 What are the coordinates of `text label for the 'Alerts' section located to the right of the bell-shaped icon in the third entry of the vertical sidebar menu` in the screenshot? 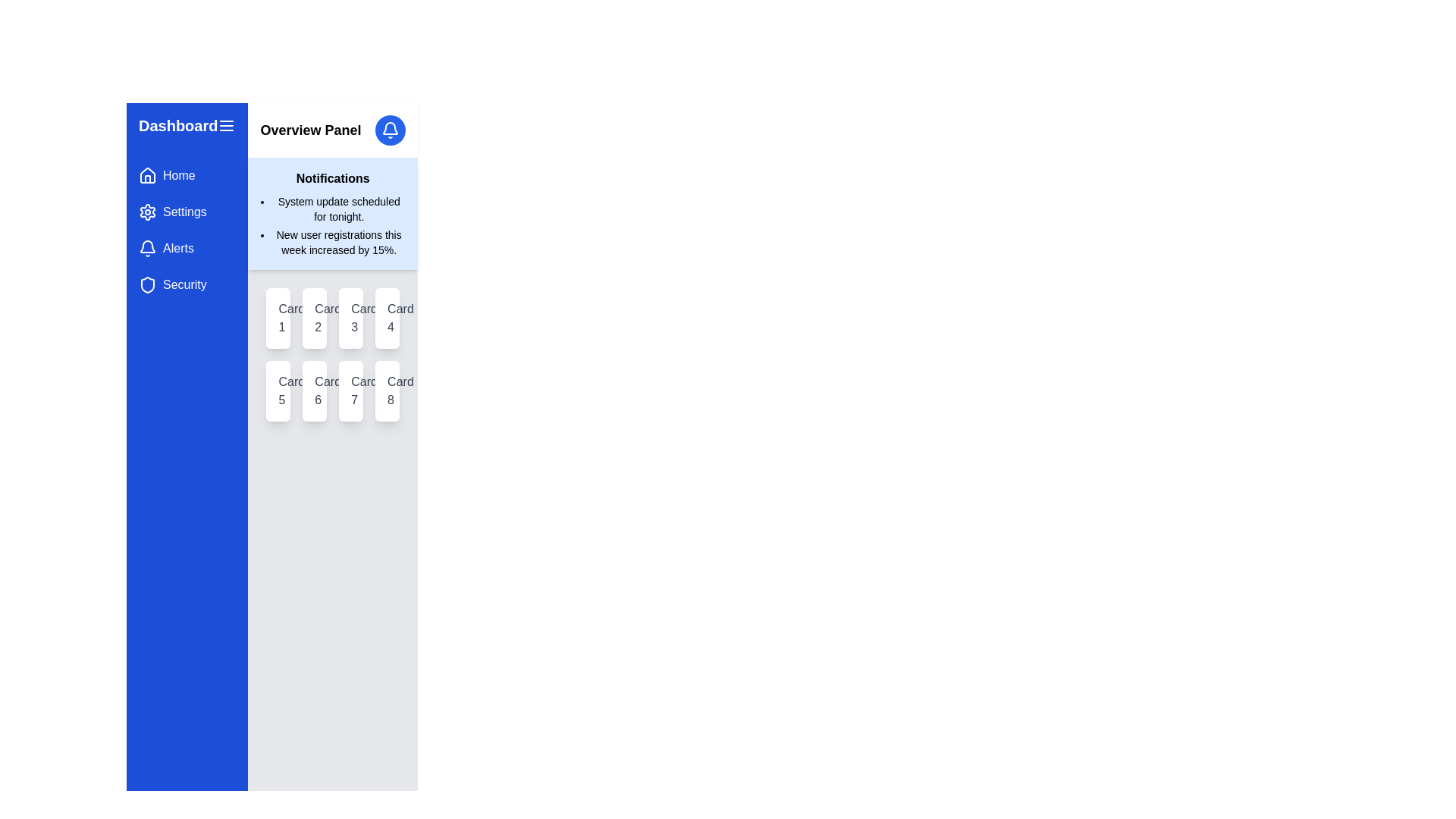 It's located at (178, 247).